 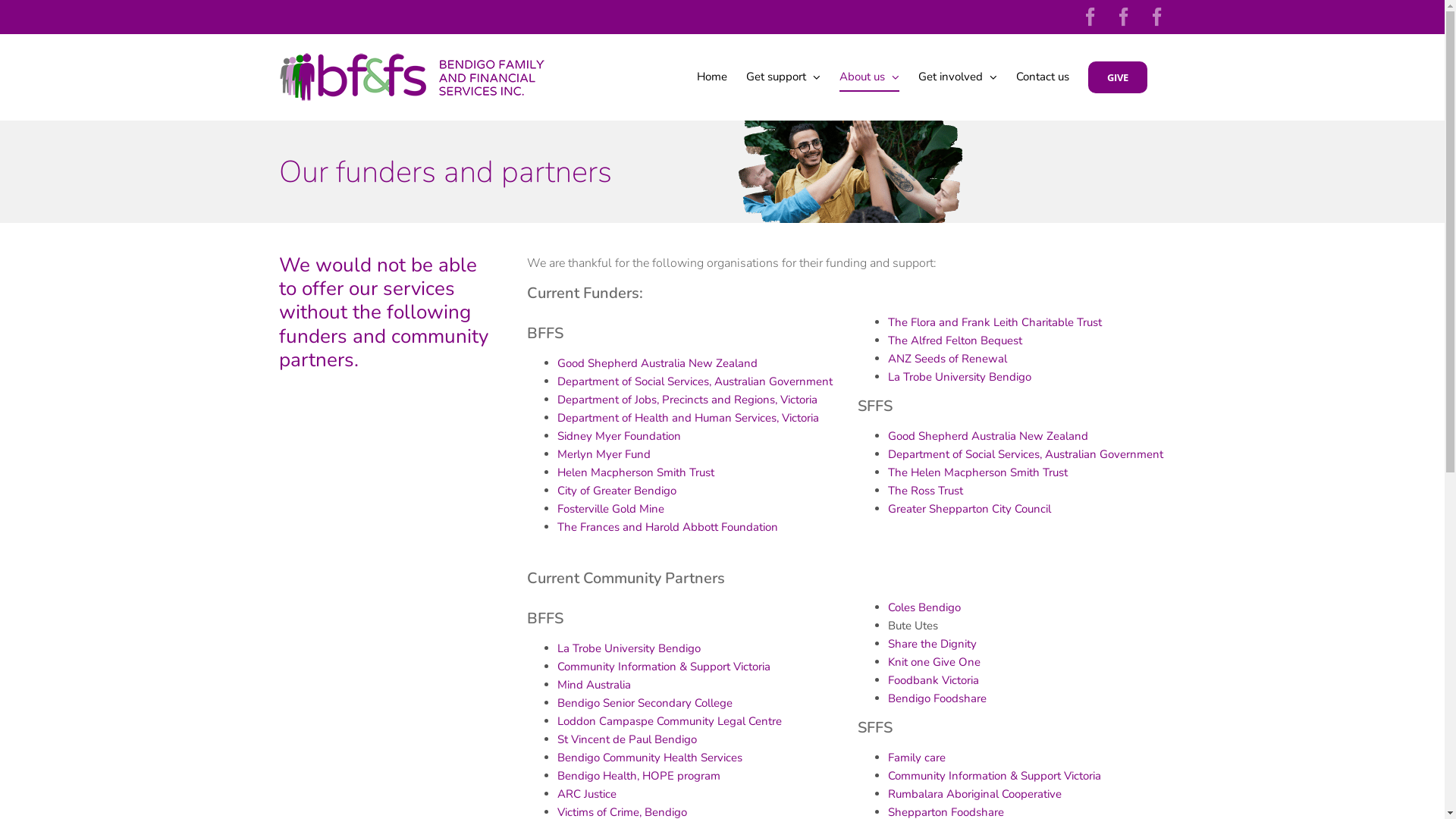 What do you see at coordinates (603, 453) in the screenshot?
I see `'Merlyn Myer Fund'` at bounding box center [603, 453].